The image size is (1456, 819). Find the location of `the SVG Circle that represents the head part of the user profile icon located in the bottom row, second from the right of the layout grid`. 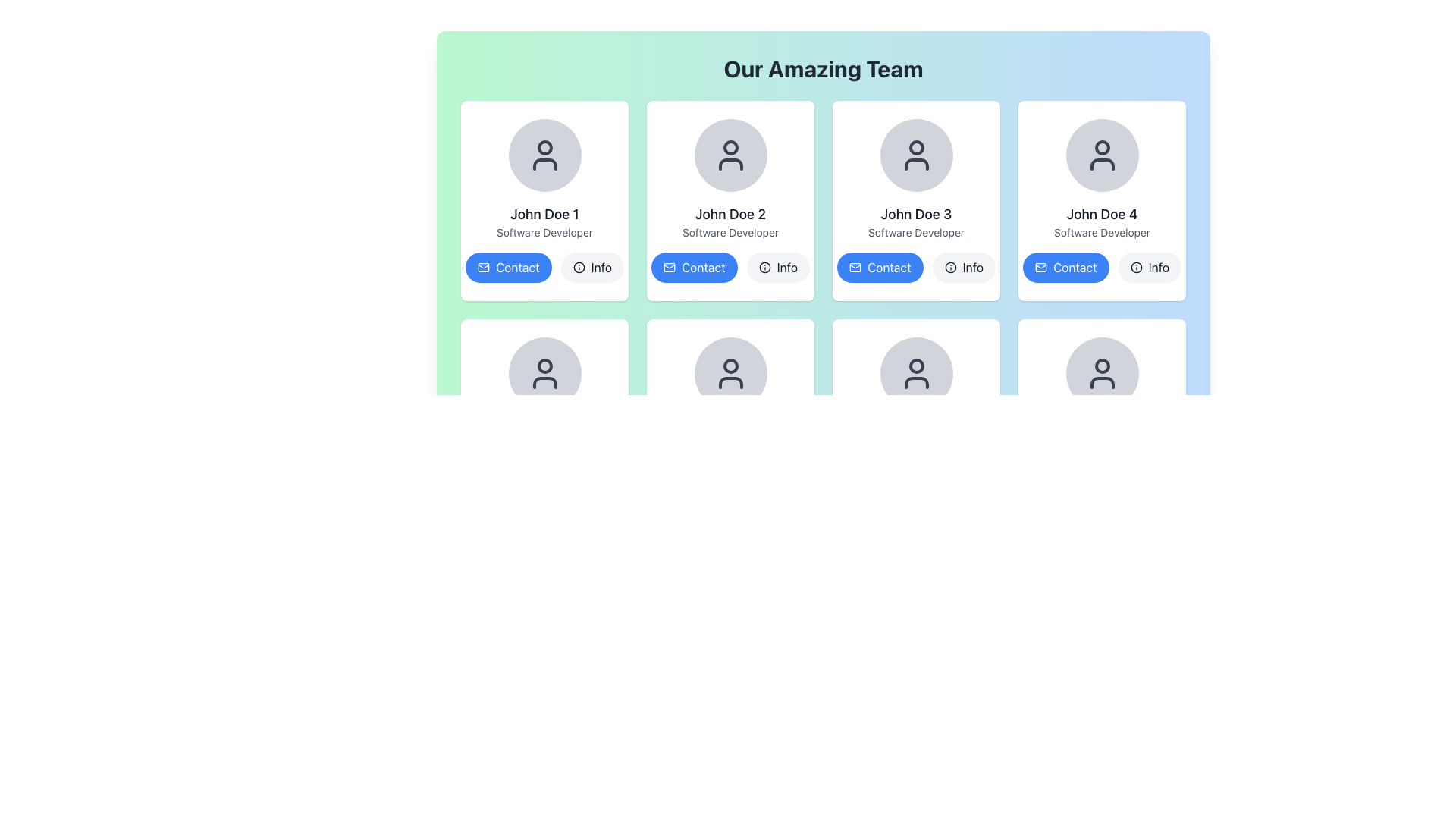

the SVG Circle that represents the head part of the user profile icon located in the bottom row, second from the right of the layout grid is located at coordinates (915, 366).